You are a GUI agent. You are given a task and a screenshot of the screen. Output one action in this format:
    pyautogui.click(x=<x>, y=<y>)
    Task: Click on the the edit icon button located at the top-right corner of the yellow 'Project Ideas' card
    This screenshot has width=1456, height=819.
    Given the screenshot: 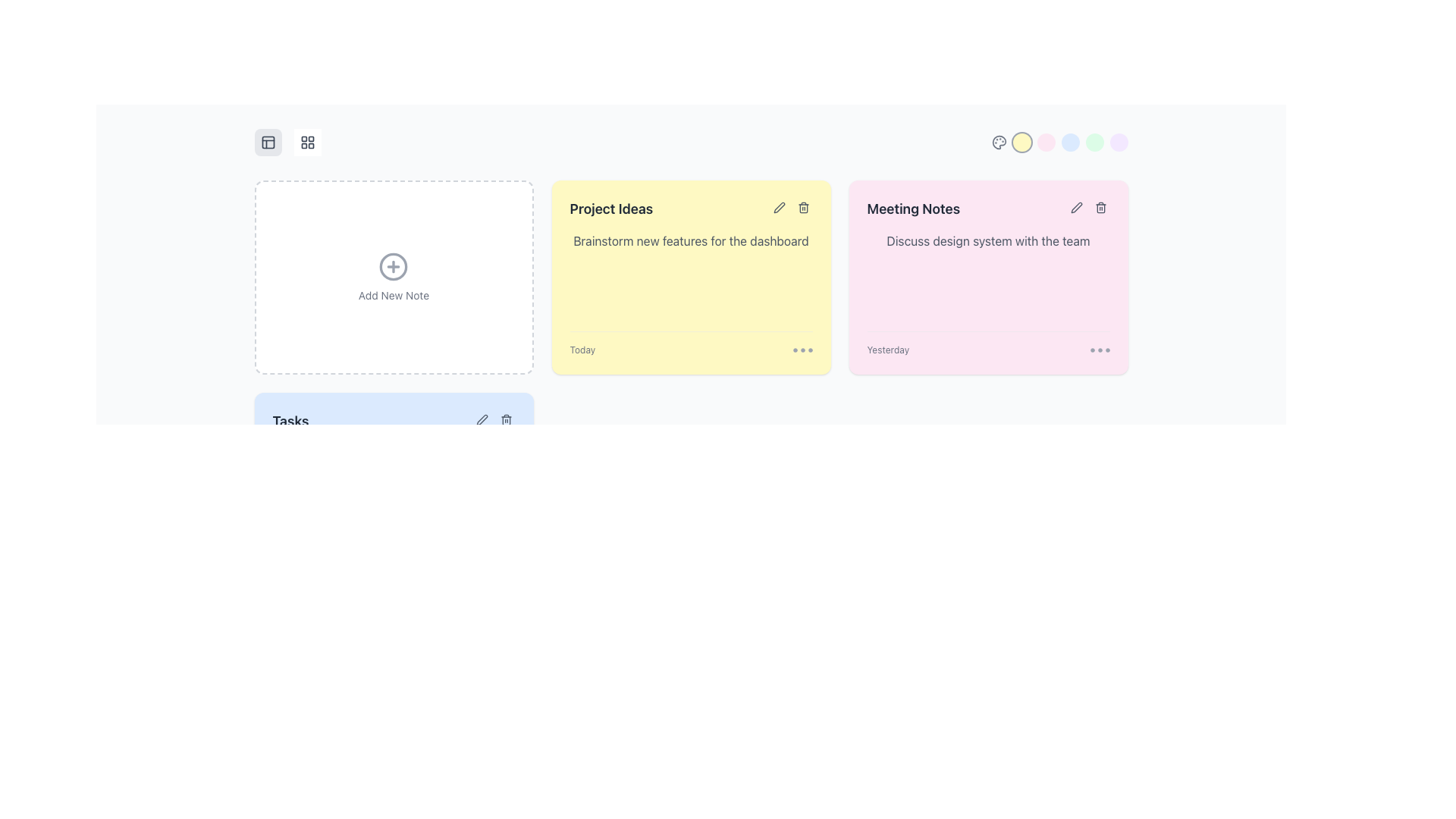 What is the action you would take?
    pyautogui.click(x=779, y=207)
    